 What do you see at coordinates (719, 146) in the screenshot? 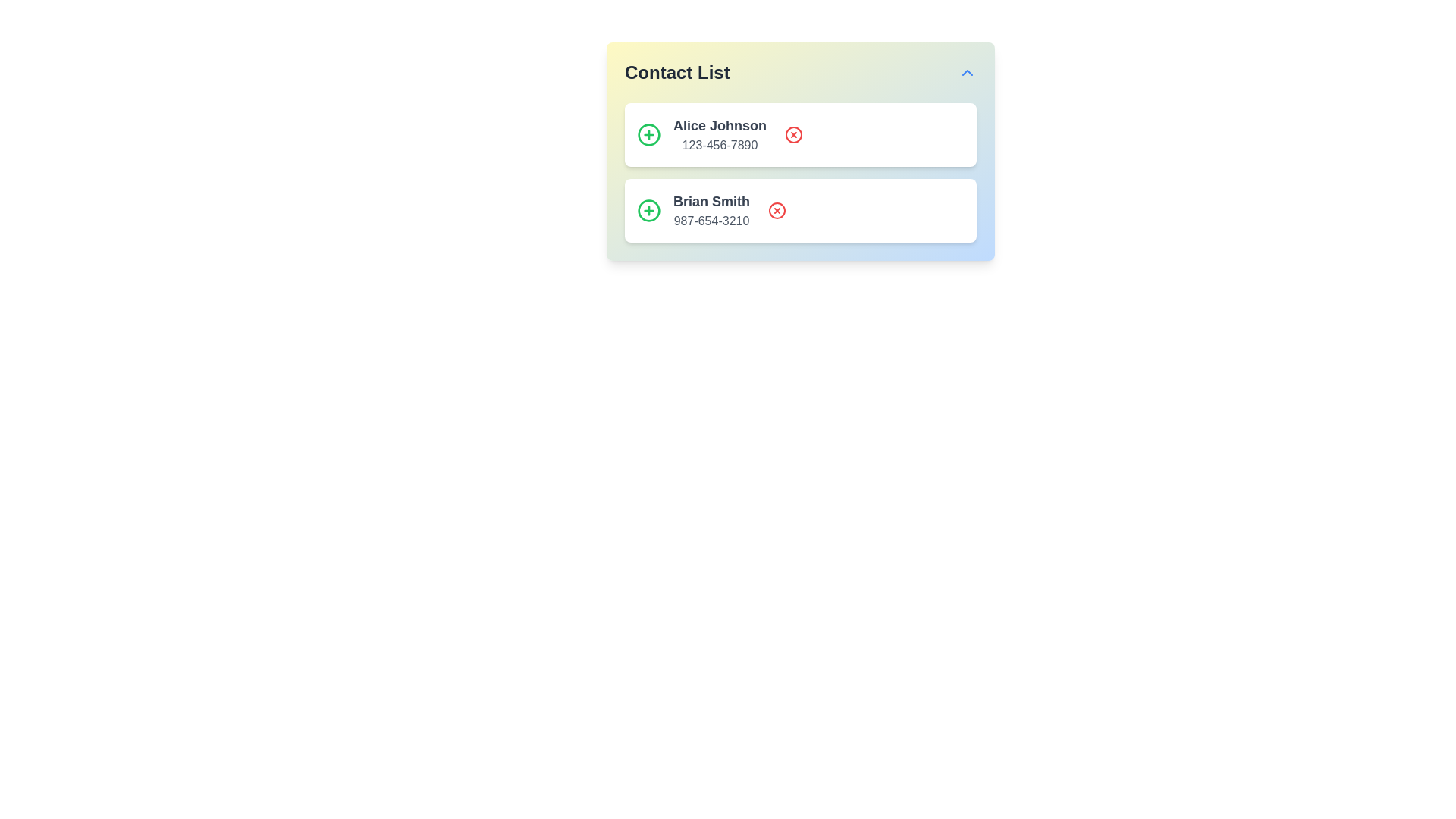
I see `the text display element showing '123-456-7890', which is styled in gray and located below 'Alice Johnson' in the first contact card of the 'Contact List' interface` at bounding box center [719, 146].